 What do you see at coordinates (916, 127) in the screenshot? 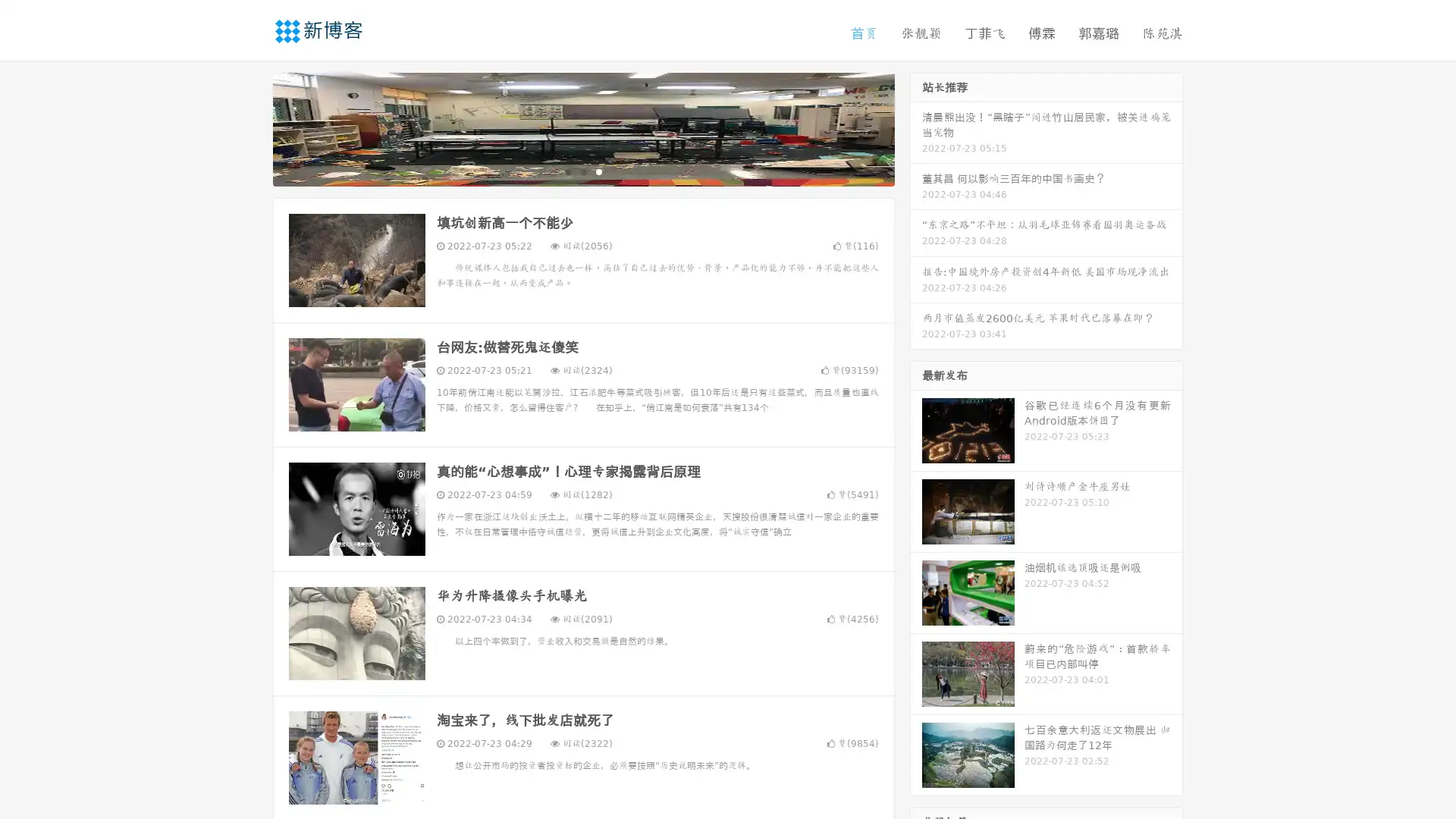
I see `Next slide` at bounding box center [916, 127].